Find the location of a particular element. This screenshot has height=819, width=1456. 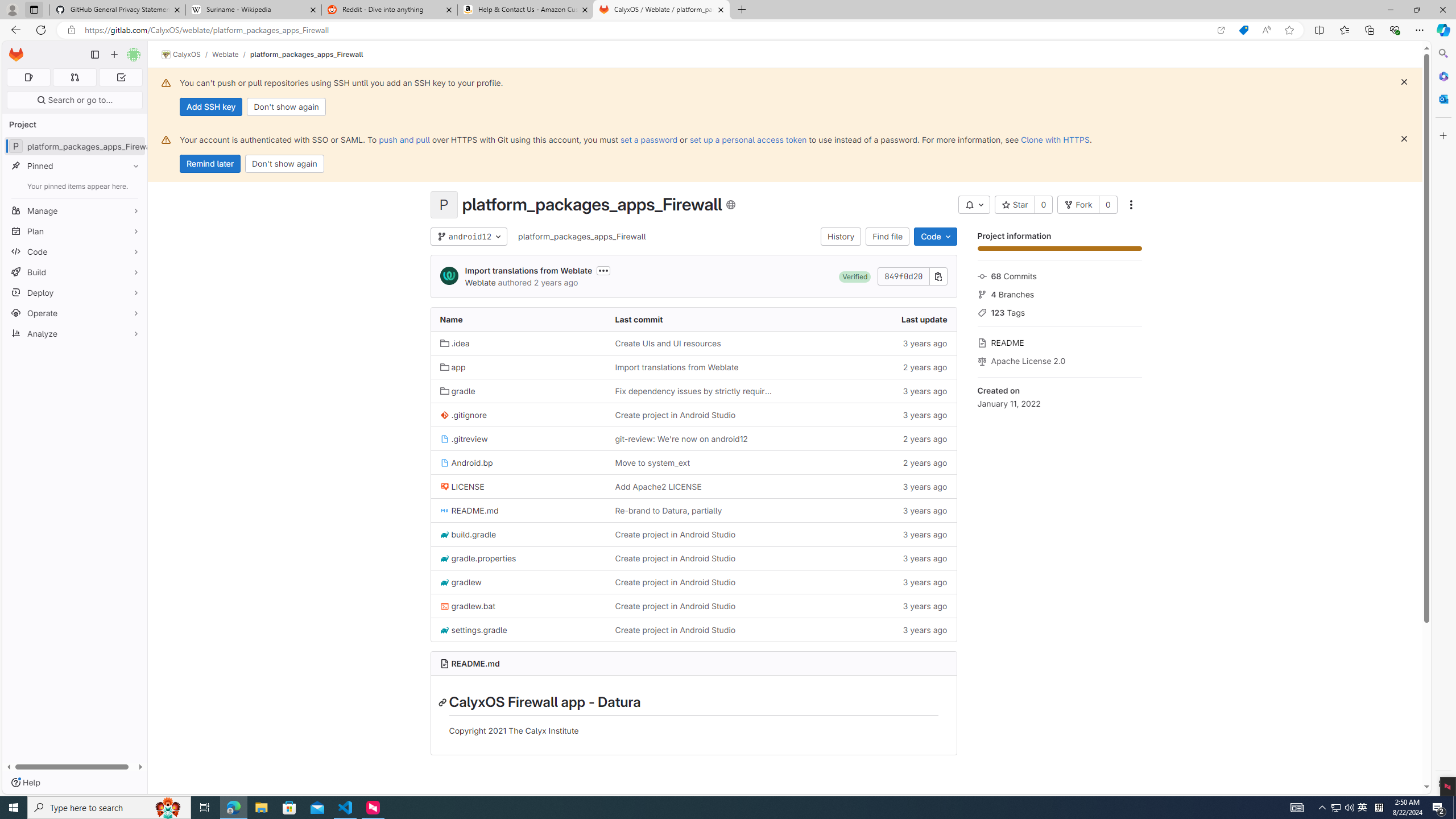

' Star' is located at coordinates (1015, 205).